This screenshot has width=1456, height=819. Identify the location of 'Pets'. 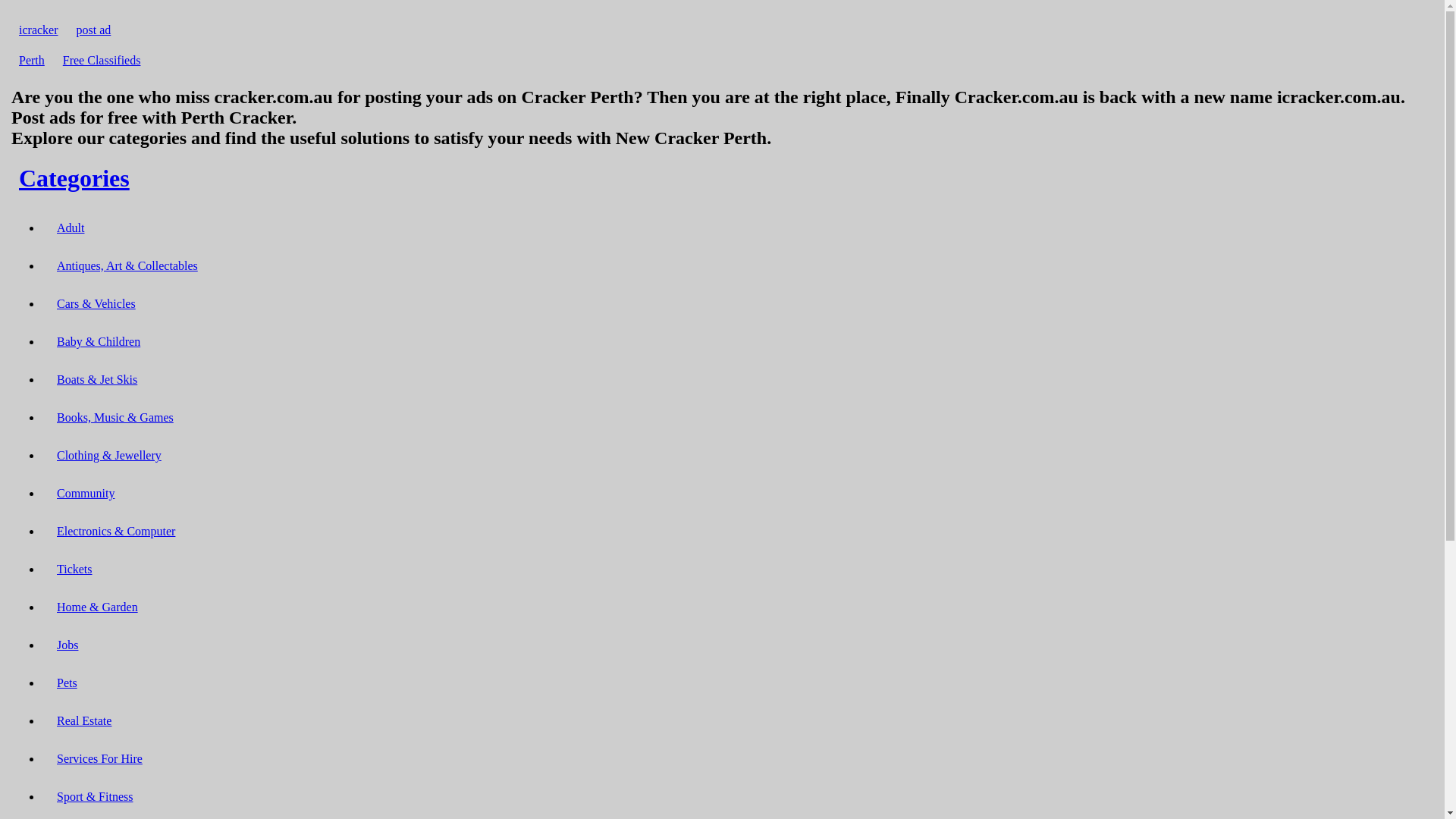
(66, 682).